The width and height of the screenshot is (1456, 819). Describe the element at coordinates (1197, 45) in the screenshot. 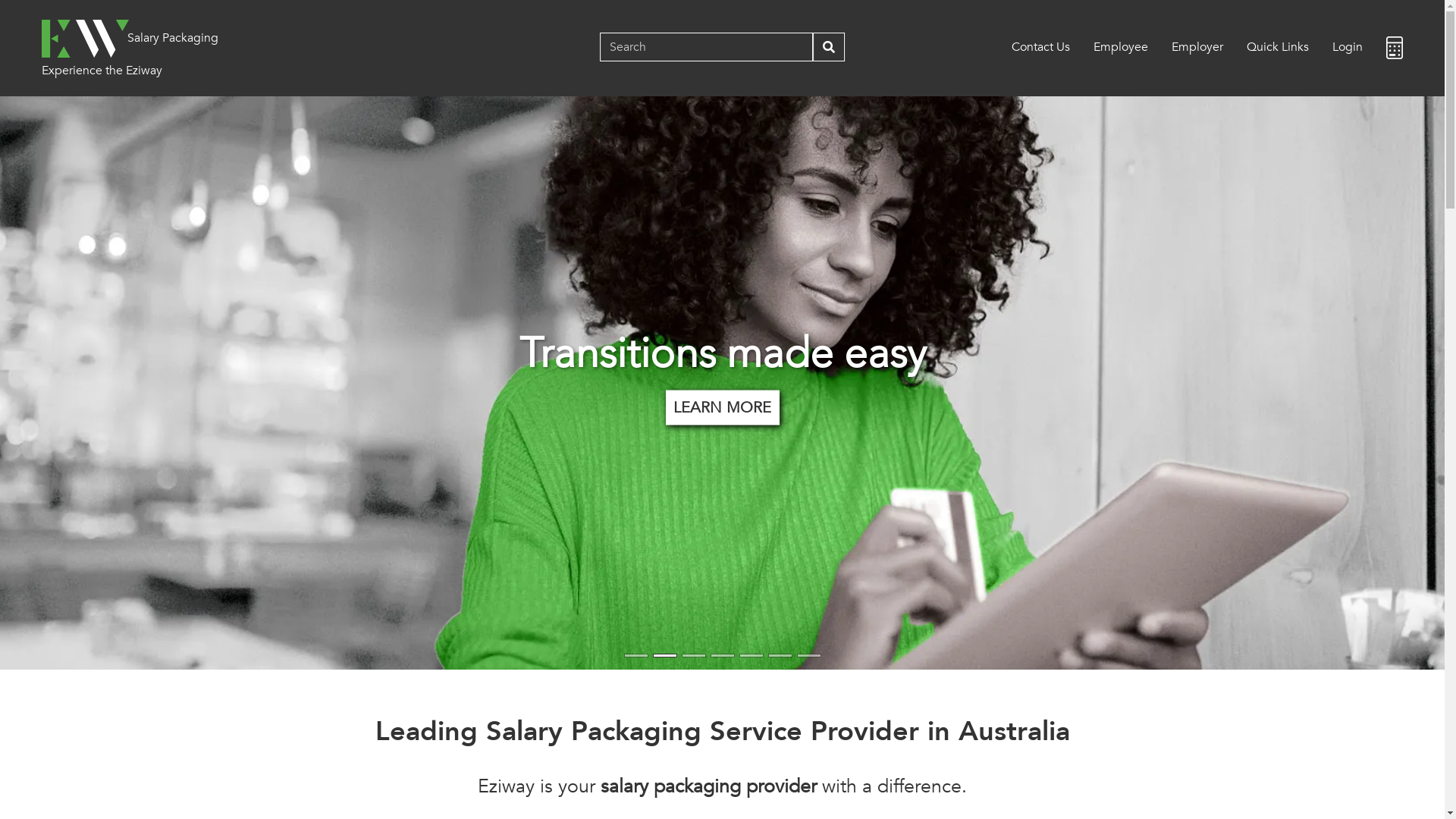

I see `'Employer'` at that location.